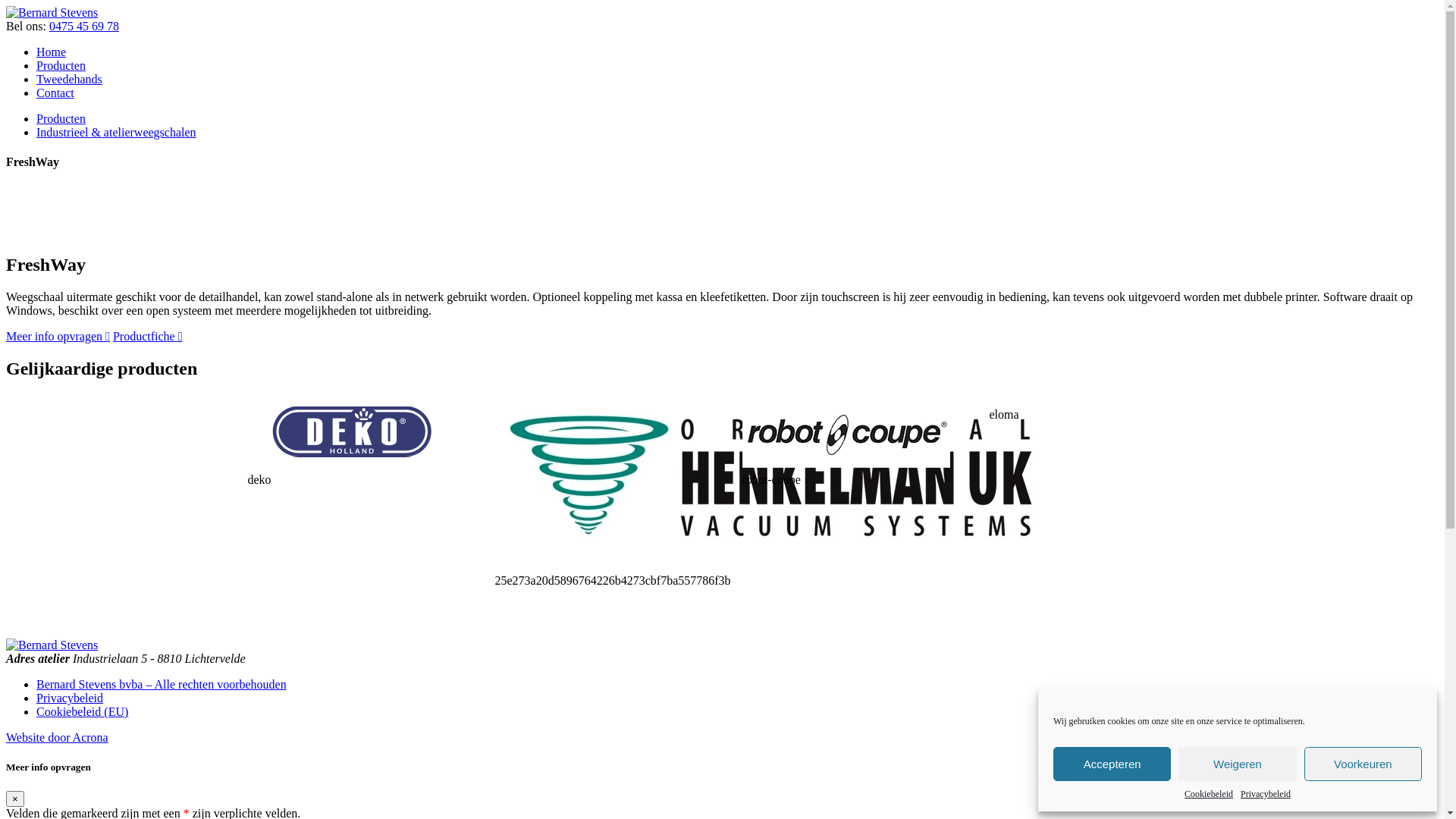  I want to click on '0475 45 69 78', so click(83, 26).